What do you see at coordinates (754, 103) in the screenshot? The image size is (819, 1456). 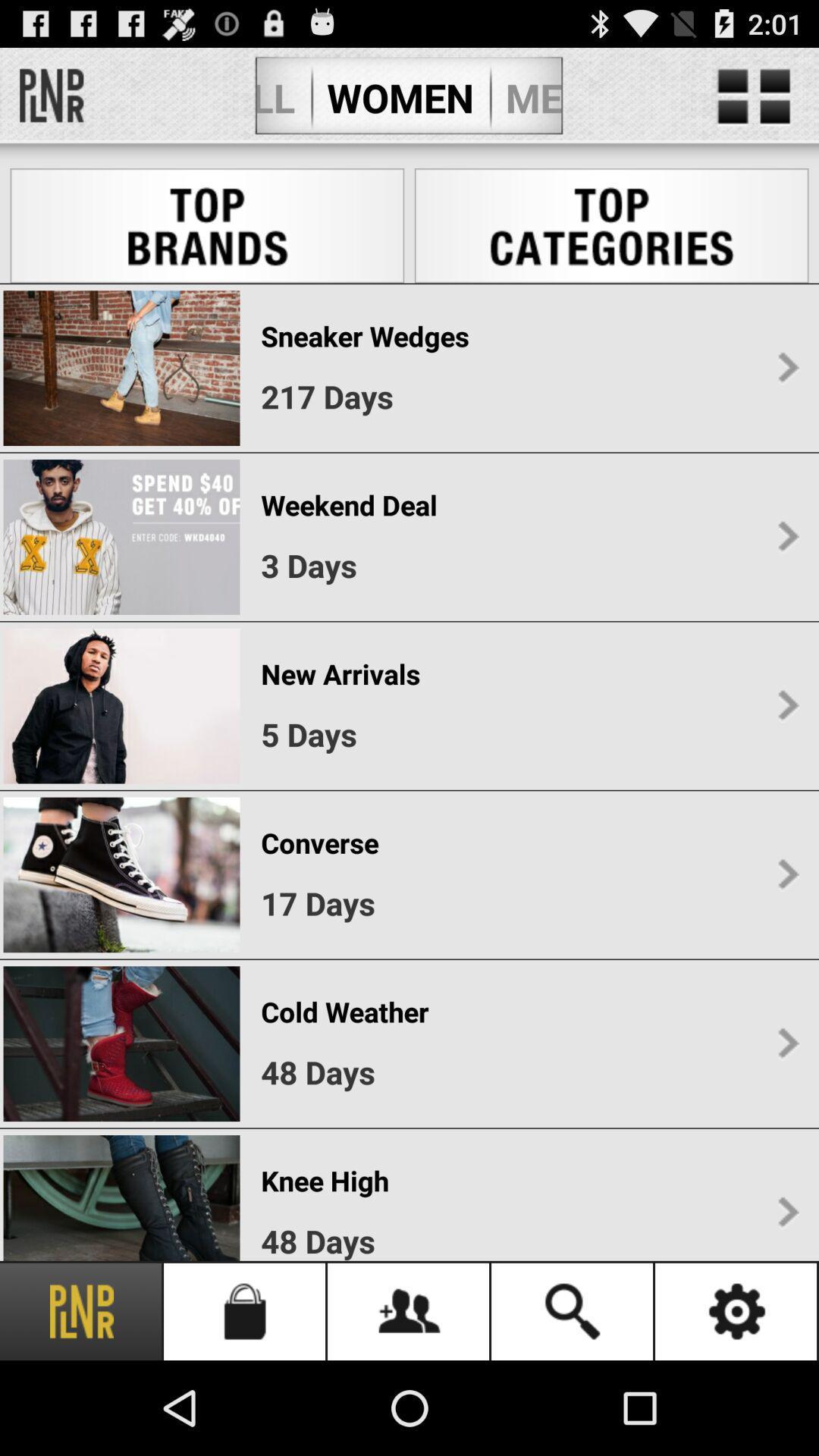 I see `the dashboard icon` at bounding box center [754, 103].